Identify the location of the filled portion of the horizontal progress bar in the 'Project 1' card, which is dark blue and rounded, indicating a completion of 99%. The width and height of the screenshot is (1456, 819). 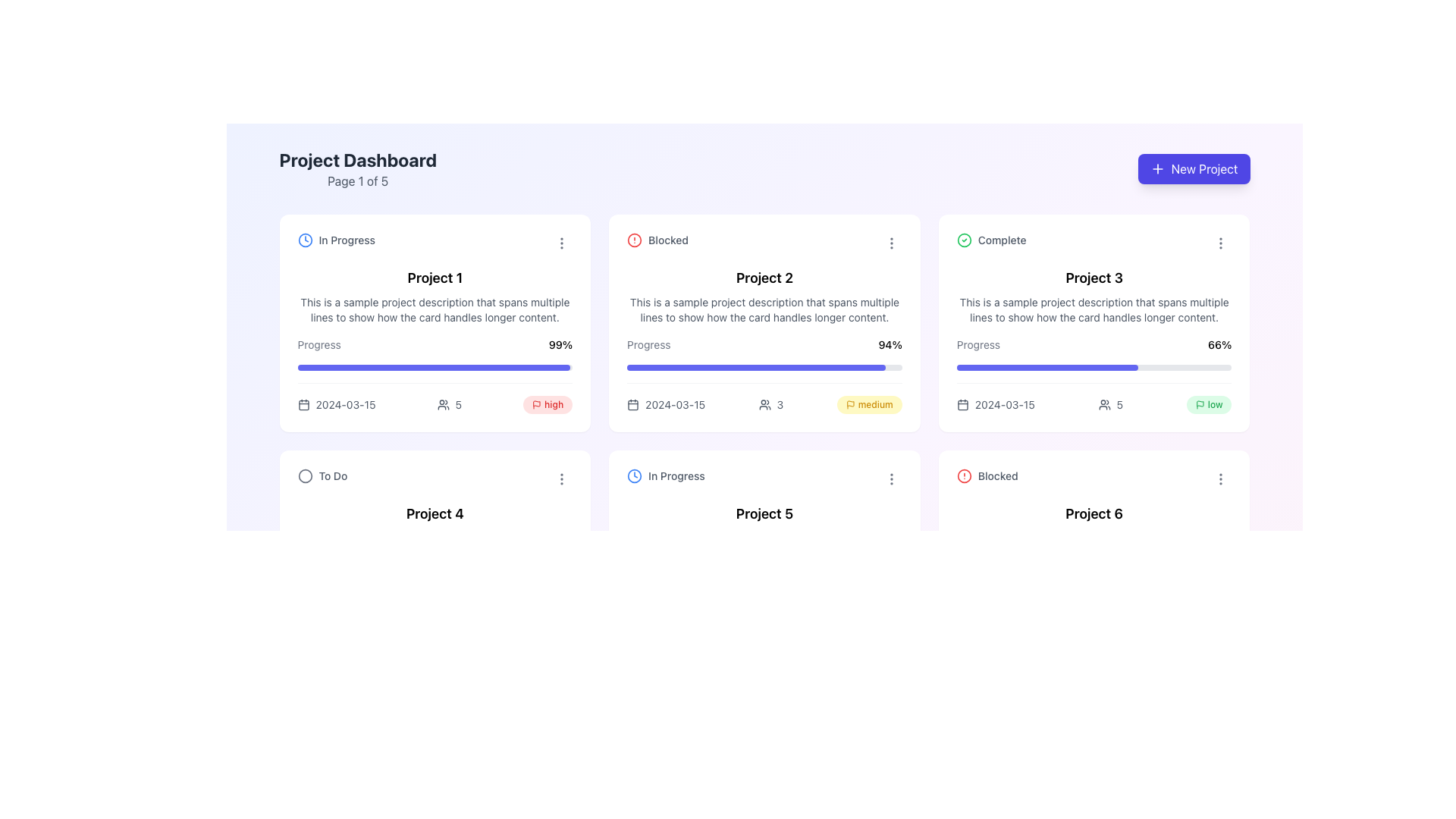
(432, 368).